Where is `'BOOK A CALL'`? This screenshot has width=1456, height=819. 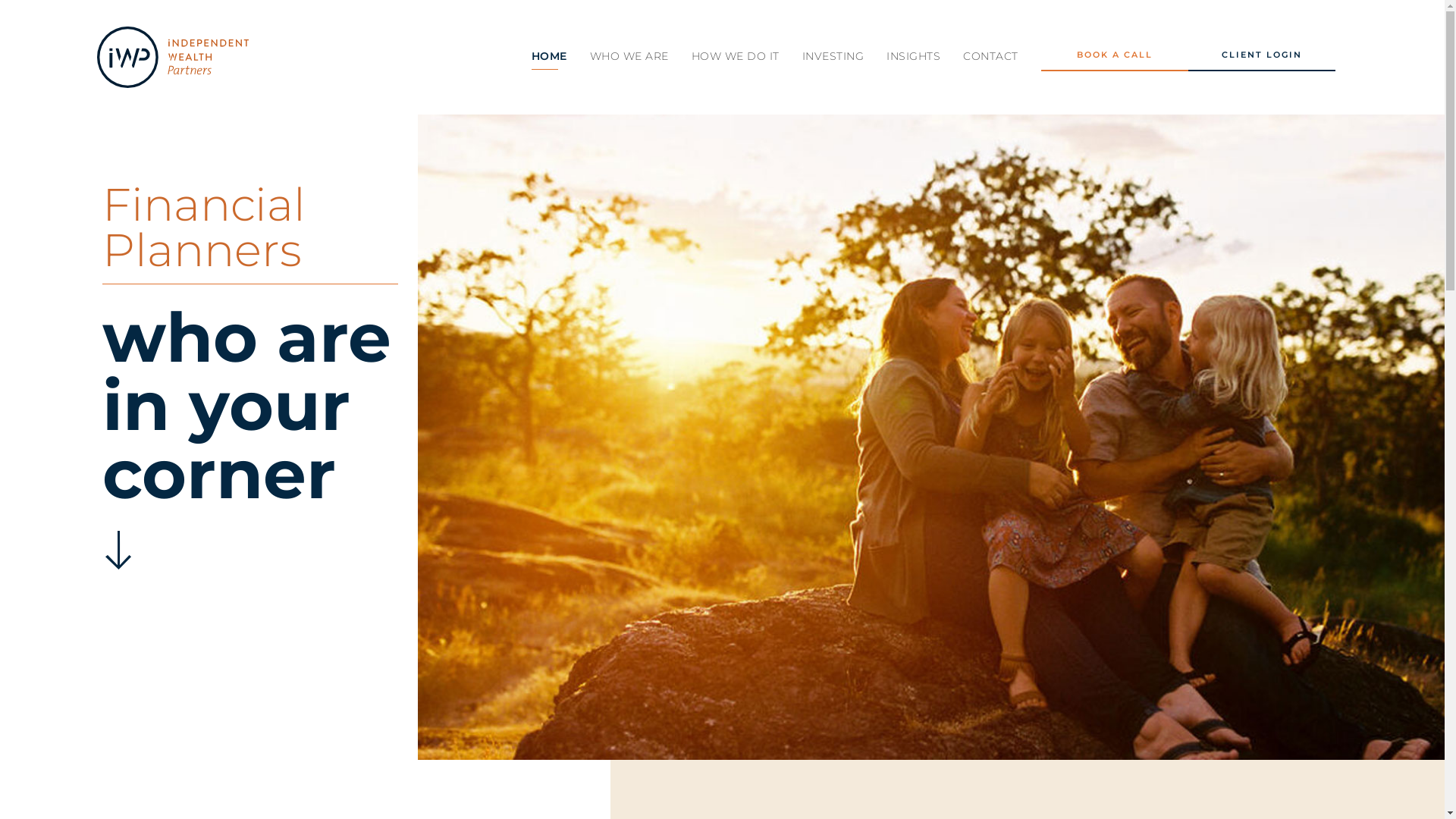 'BOOK A CALL' is located at coordinates (1114, 58).